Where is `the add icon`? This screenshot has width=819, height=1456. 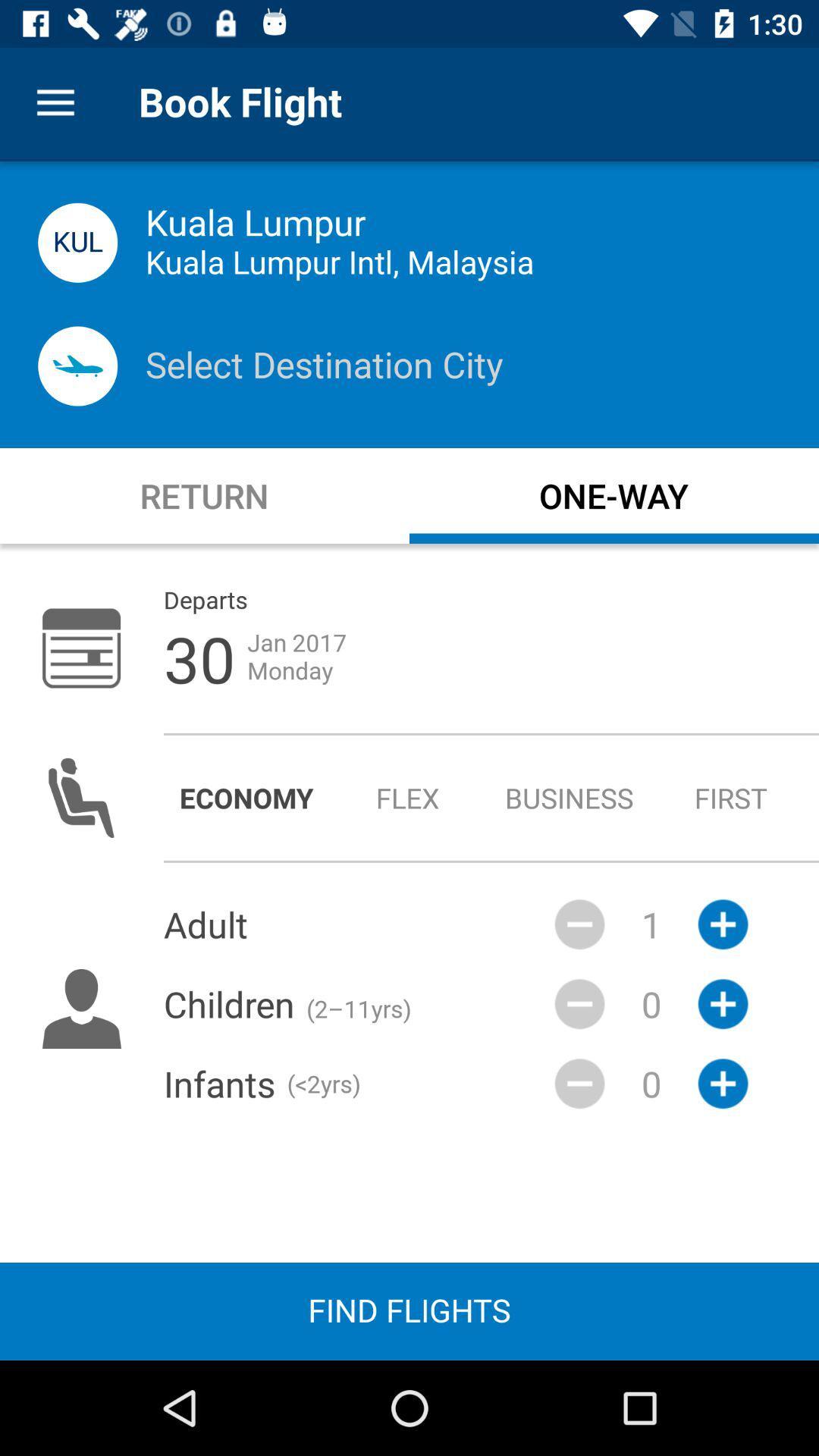 the add icon is located at coordinates (722, 1083).